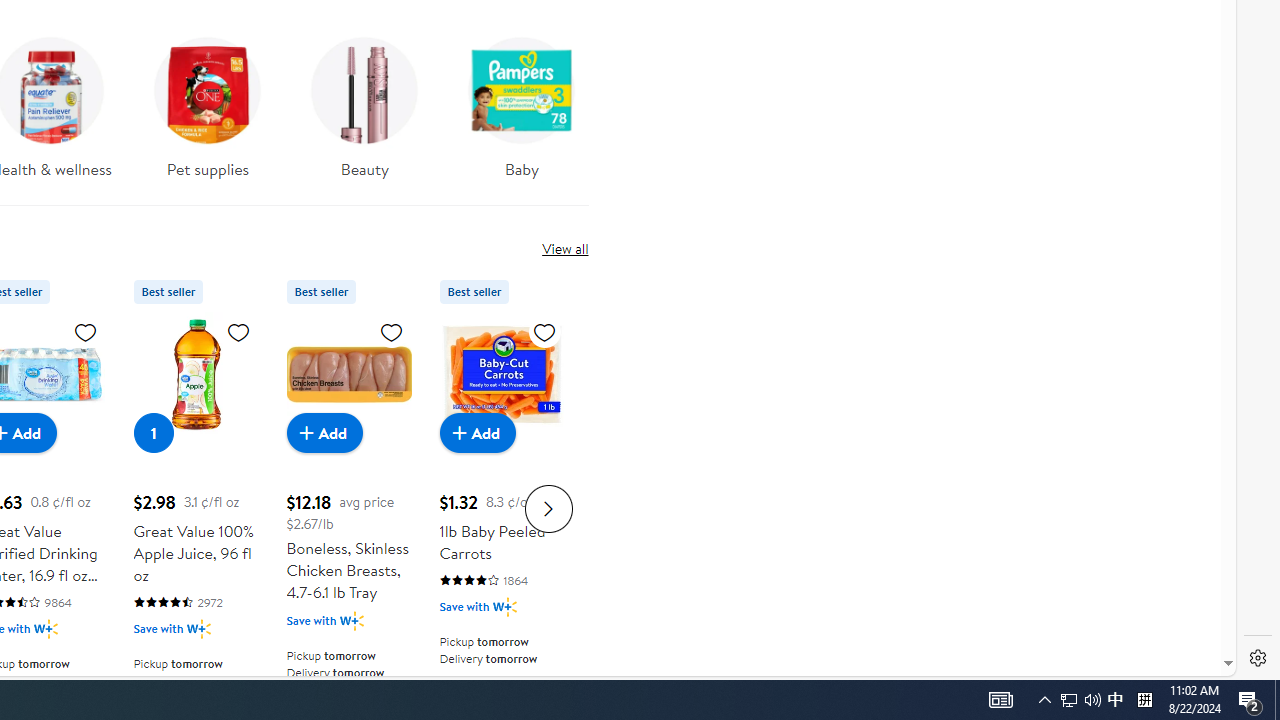  I want to click on 'Beauty', so click(365, 101).